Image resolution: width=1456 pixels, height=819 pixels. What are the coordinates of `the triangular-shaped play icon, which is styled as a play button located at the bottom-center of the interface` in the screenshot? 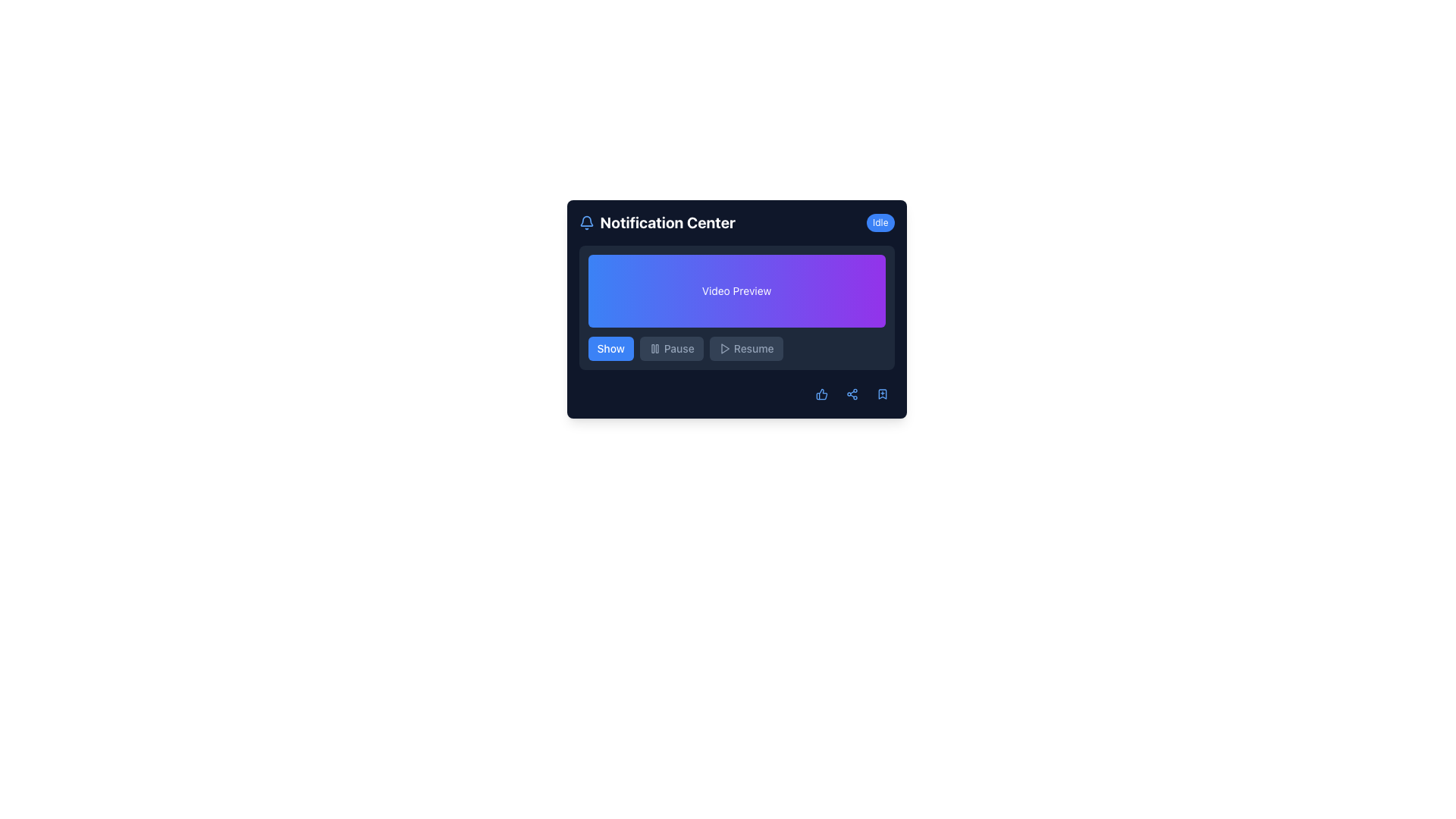 It's located at (724, 348).